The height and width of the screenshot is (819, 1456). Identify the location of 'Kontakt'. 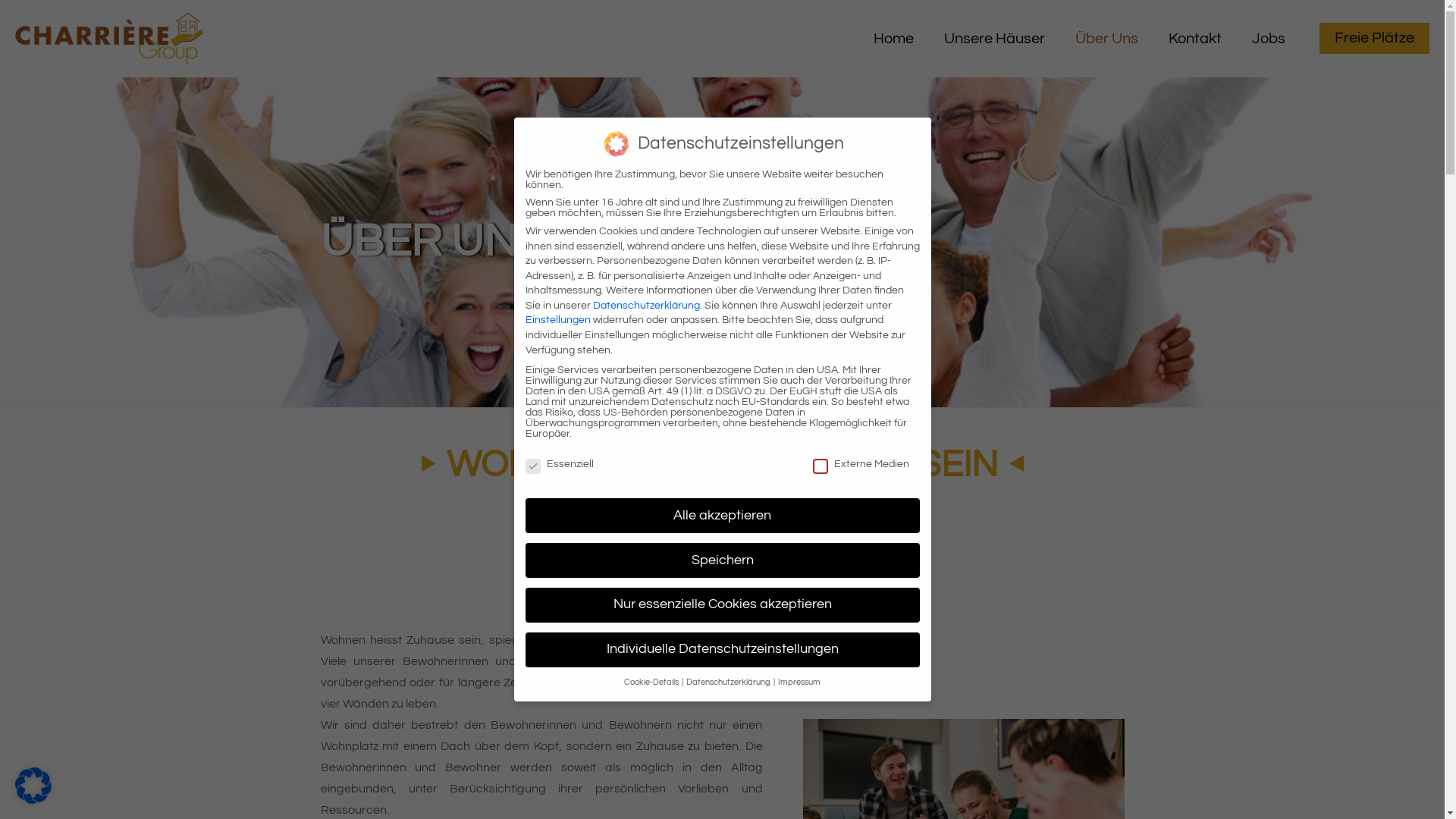
(1194, 37).